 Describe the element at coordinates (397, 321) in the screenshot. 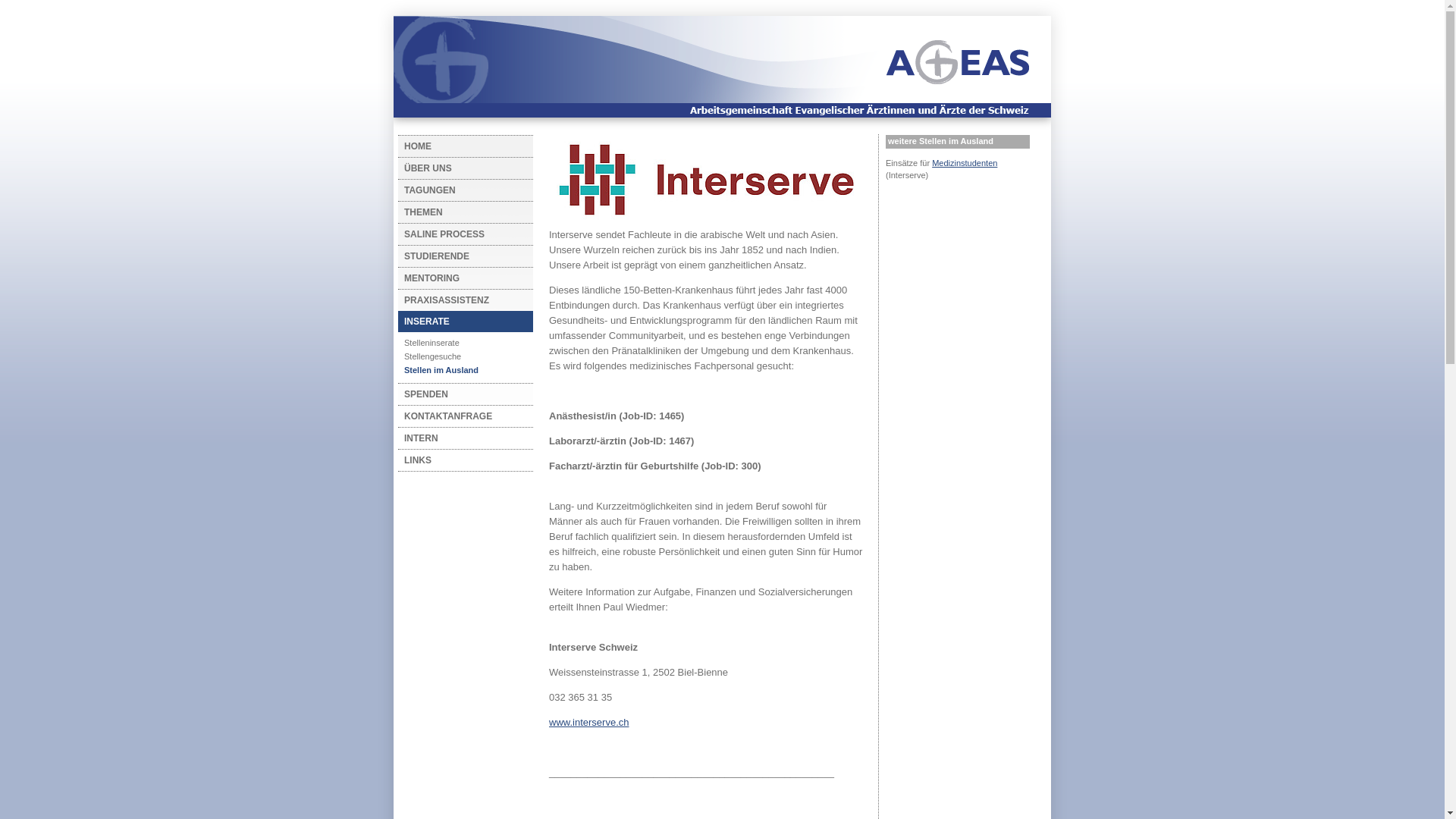

I see `'INSERATE'` at that location.